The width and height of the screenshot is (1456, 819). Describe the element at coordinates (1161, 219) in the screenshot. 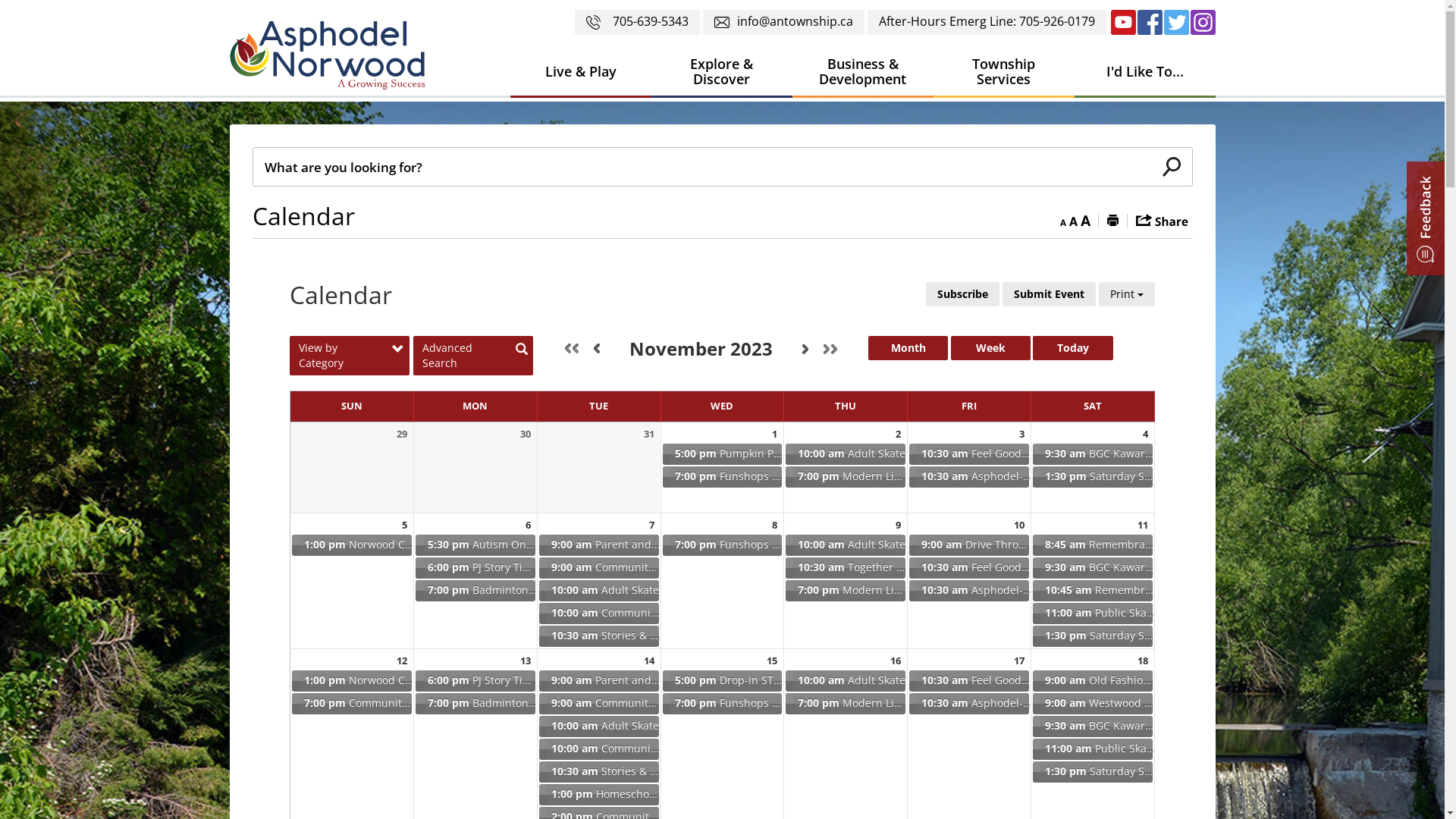

I see `'Share This Page'` at that location.